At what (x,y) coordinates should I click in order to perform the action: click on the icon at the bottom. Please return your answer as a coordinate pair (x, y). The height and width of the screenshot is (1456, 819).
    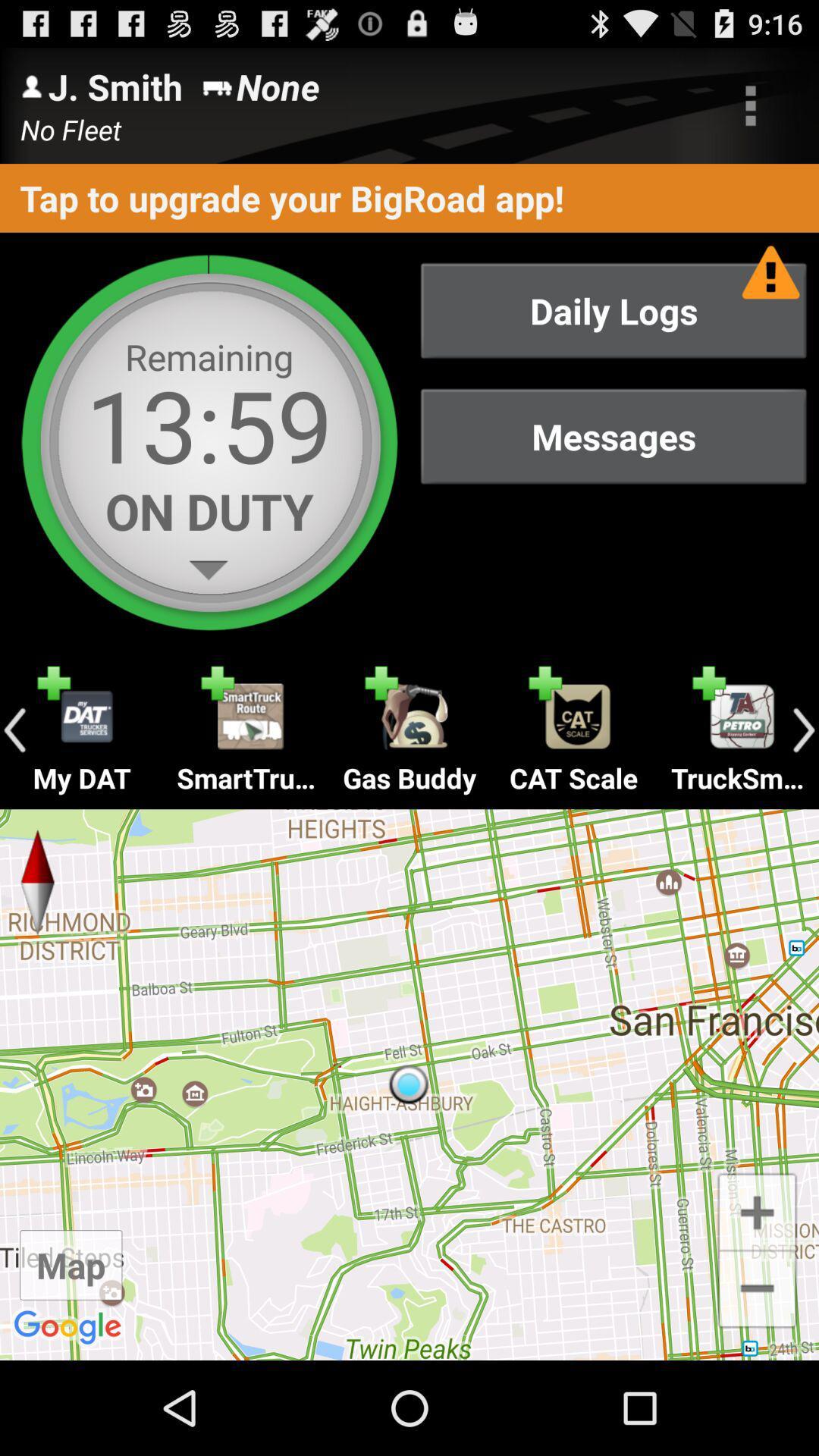
    Looking at the image, I should click on (409, 1084).